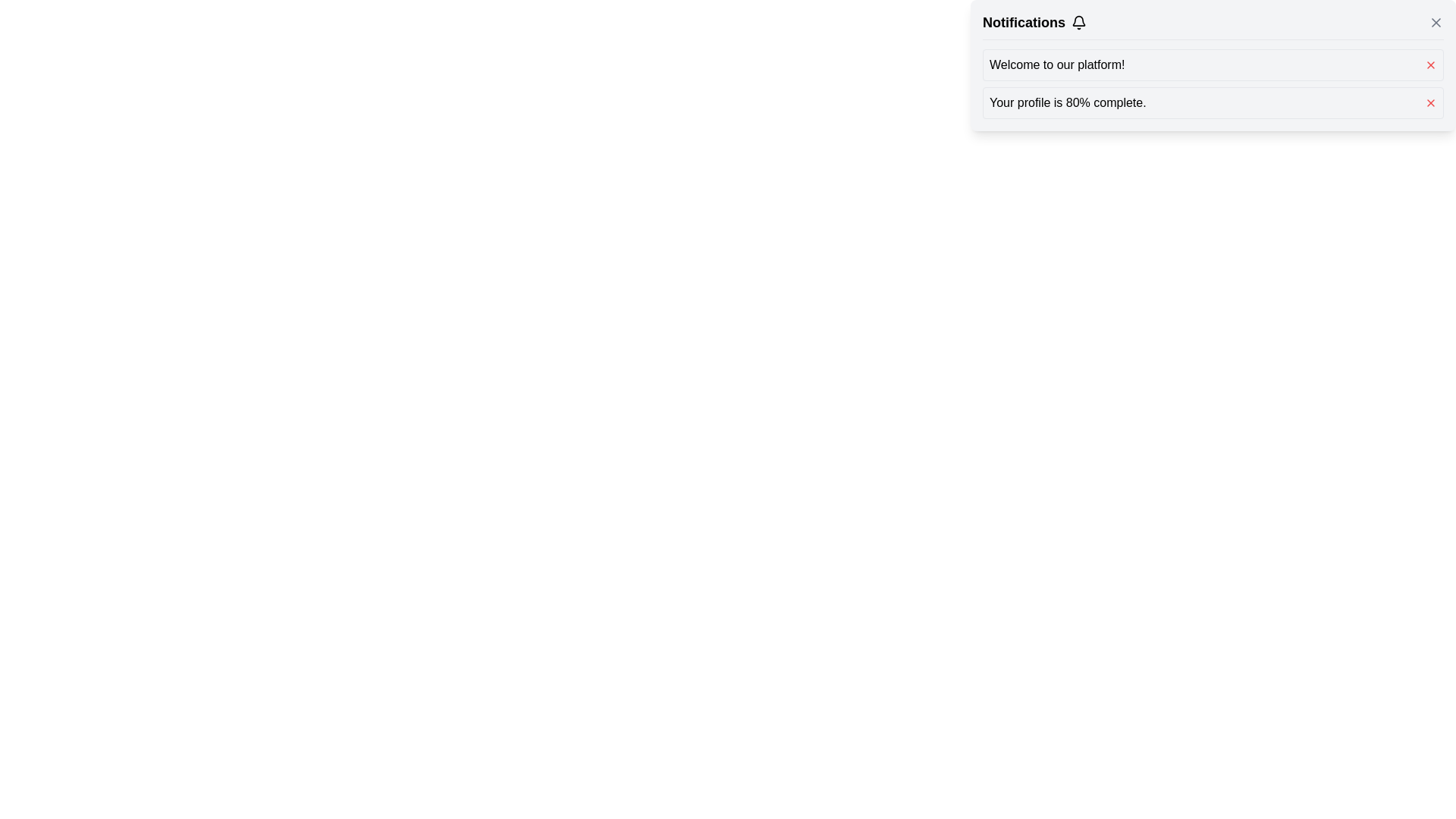 Image resolution: width=1456 pixels, height=819 pixels. I want to click on the notification icon located immediately to the right of the 'Notifications' text in the header section of the notification pane, so click(1078, 23).